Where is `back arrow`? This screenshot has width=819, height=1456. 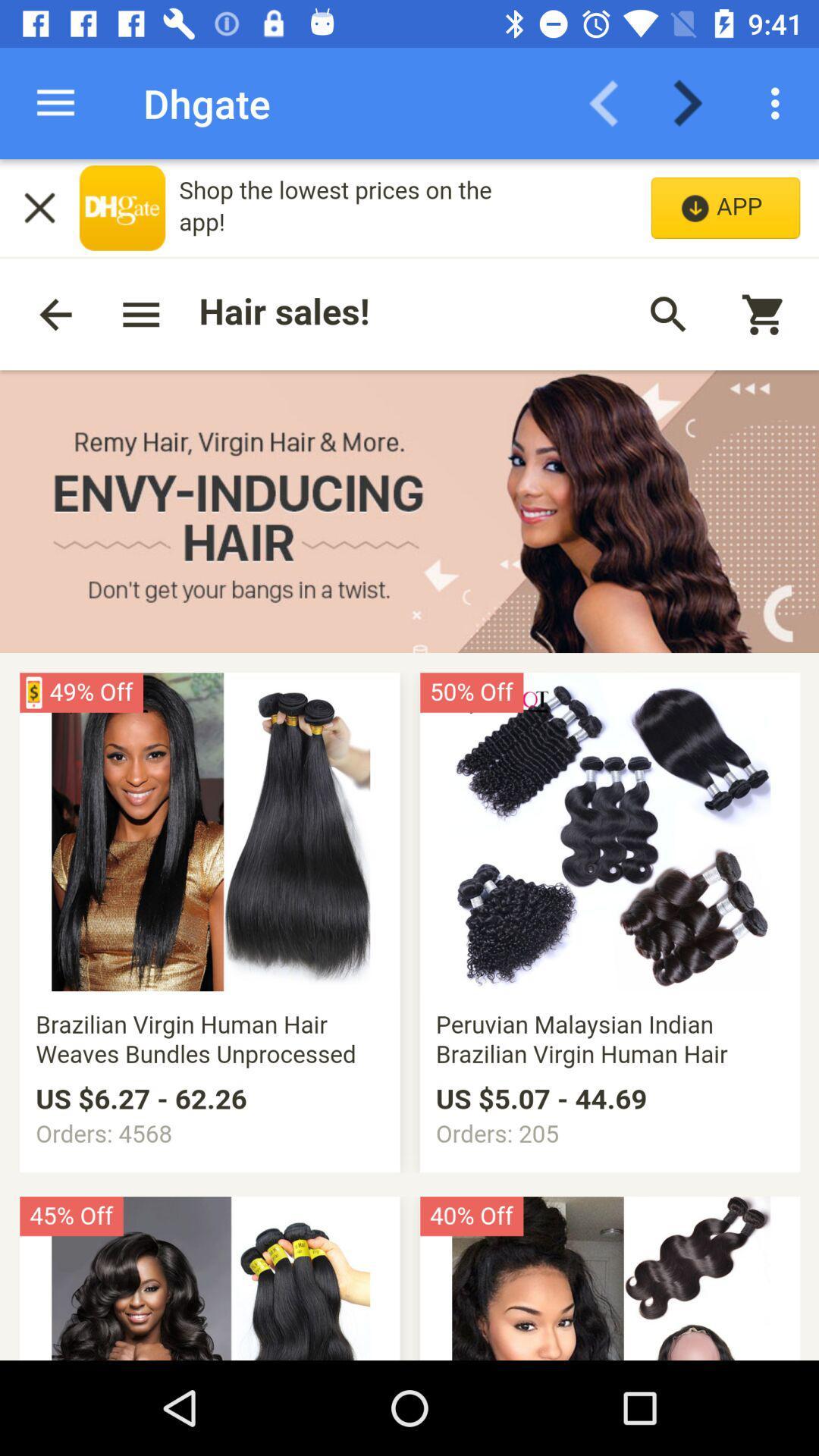
back arrow is located at coordinates (613, 102).